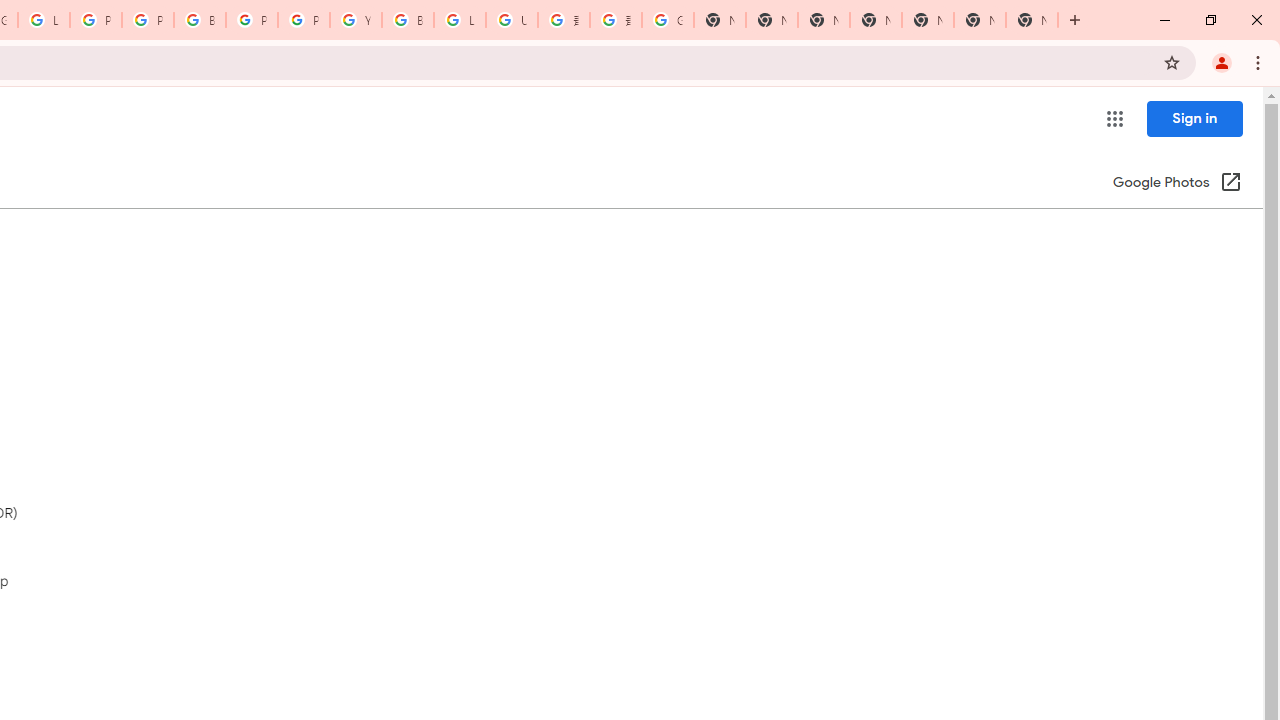  Describe the element at coordinates (668, 20) in the screenshot. I see `'Google Images'` at that location.